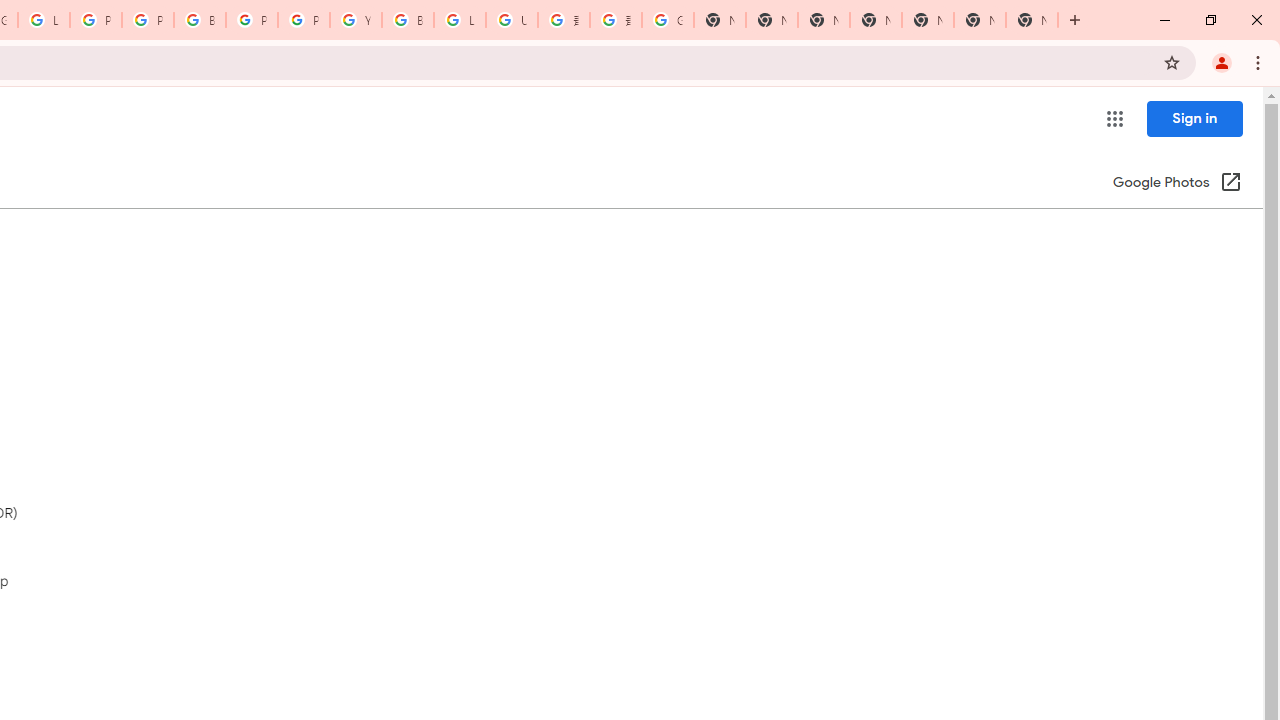  Describe the element at coordinates (668, 20) in the screenshot. I see `'Google Images'` at that location.